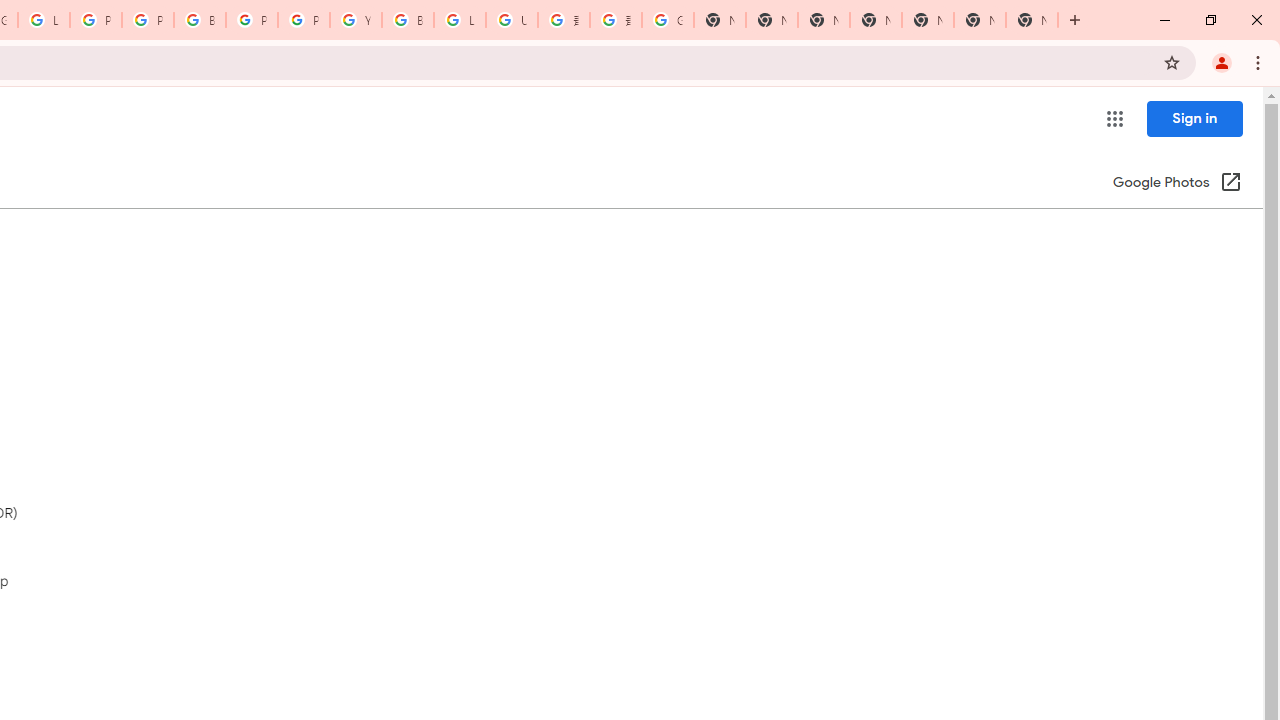  Describe the element at coordinates (668, 20) in the screenshot. I see `'Google Images'` at that location.